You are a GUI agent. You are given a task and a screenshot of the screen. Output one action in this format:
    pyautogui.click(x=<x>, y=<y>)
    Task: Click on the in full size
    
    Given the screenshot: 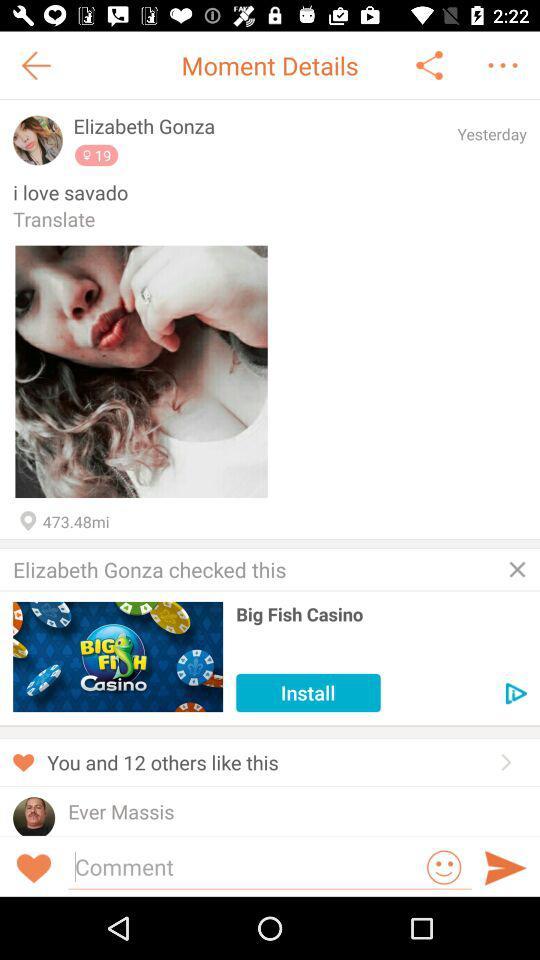 What is the action you would take?
    pyautogui.click(x=140, y=370)
    